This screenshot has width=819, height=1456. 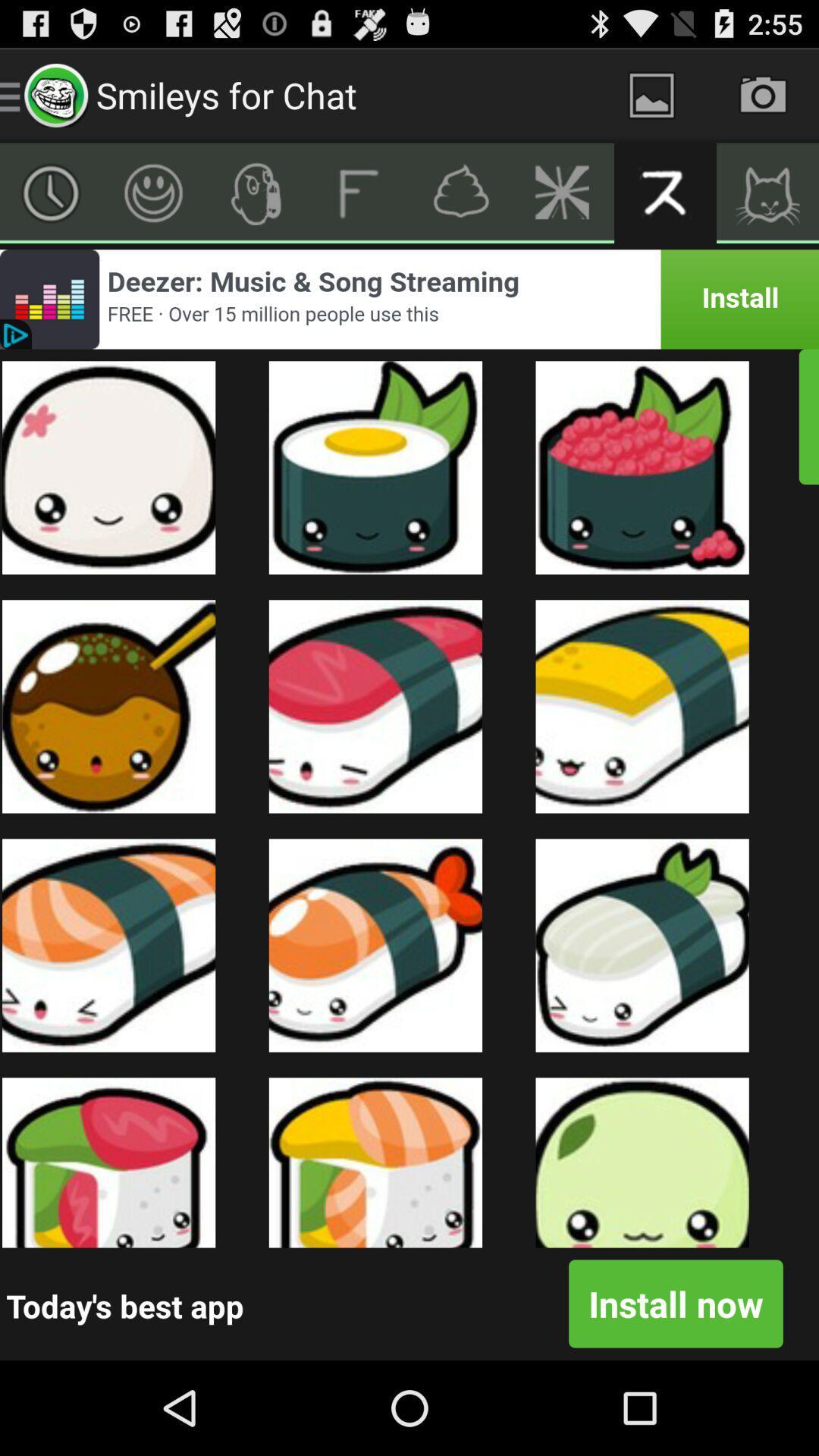 I want to click on install app, so click(x=409, y=299).